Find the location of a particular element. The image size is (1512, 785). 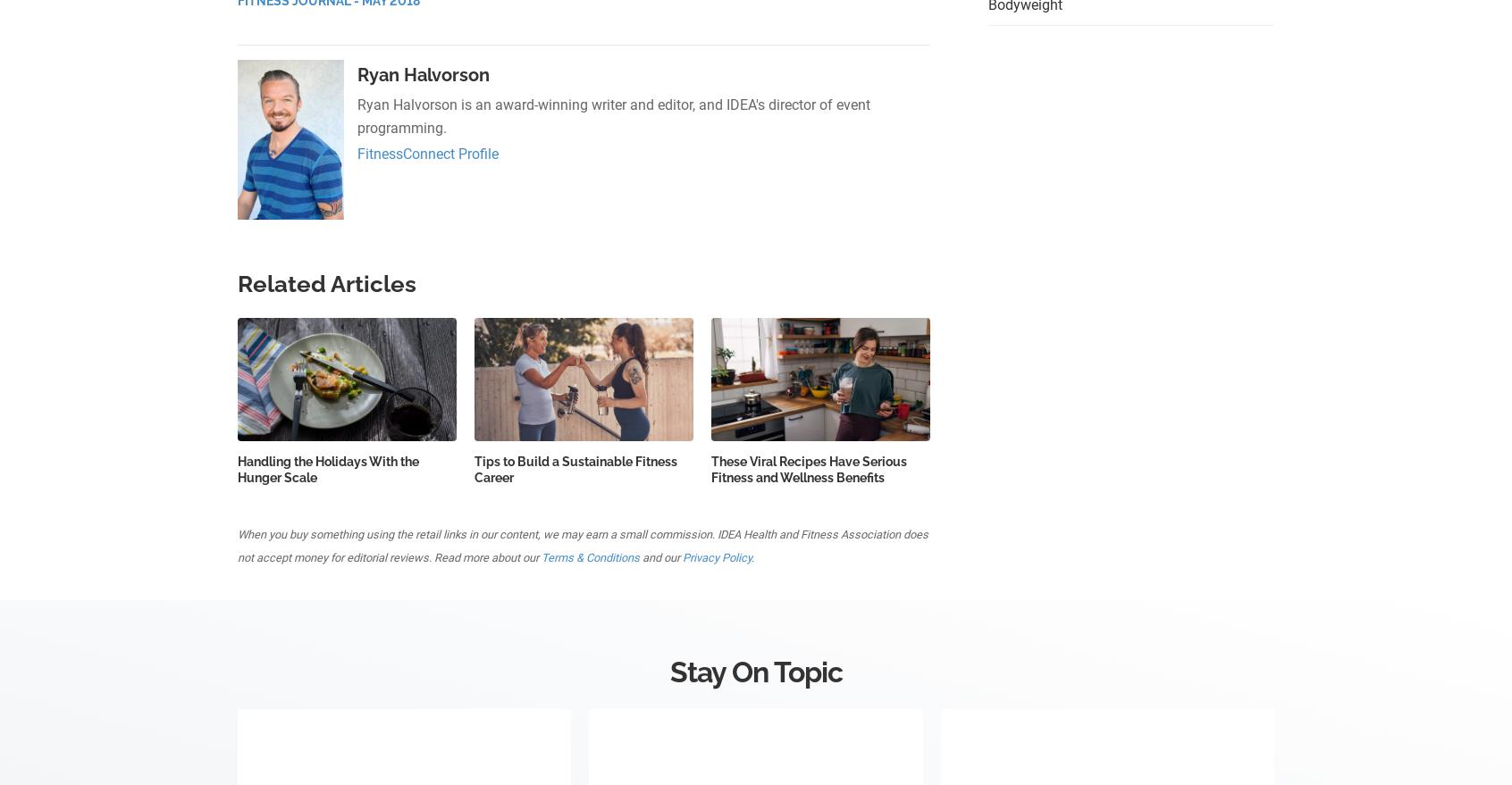

'Ryan Halvorson is an award-winning writer and editor, and IDEA's director of event programming.' is located at coordinates (613, 116).